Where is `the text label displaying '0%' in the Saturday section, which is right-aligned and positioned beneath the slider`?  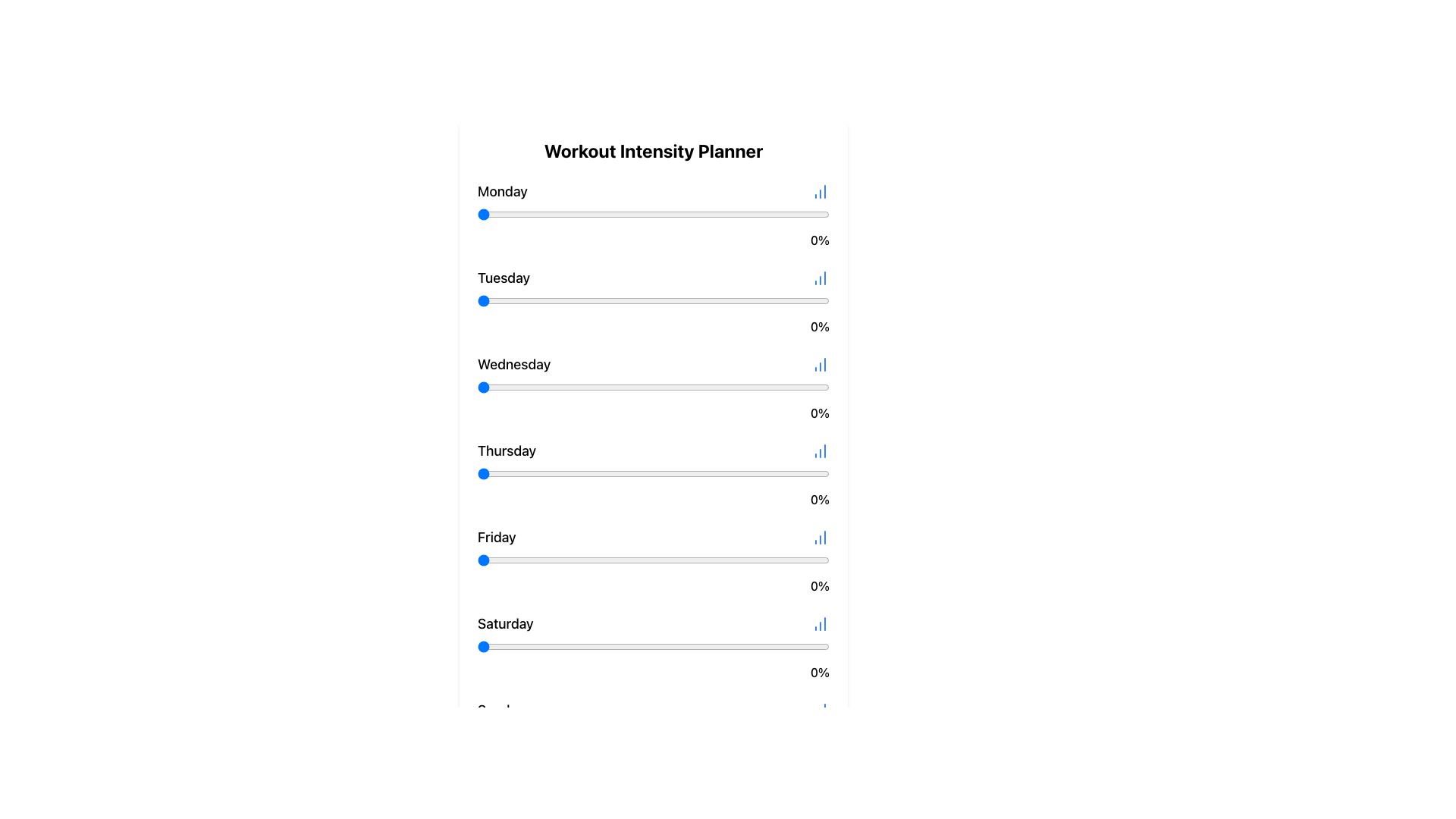 the text label displaying '0%' in the Saturday section, which is right-aligned and positioned beneath the slider is located at coordinates (654, 672).